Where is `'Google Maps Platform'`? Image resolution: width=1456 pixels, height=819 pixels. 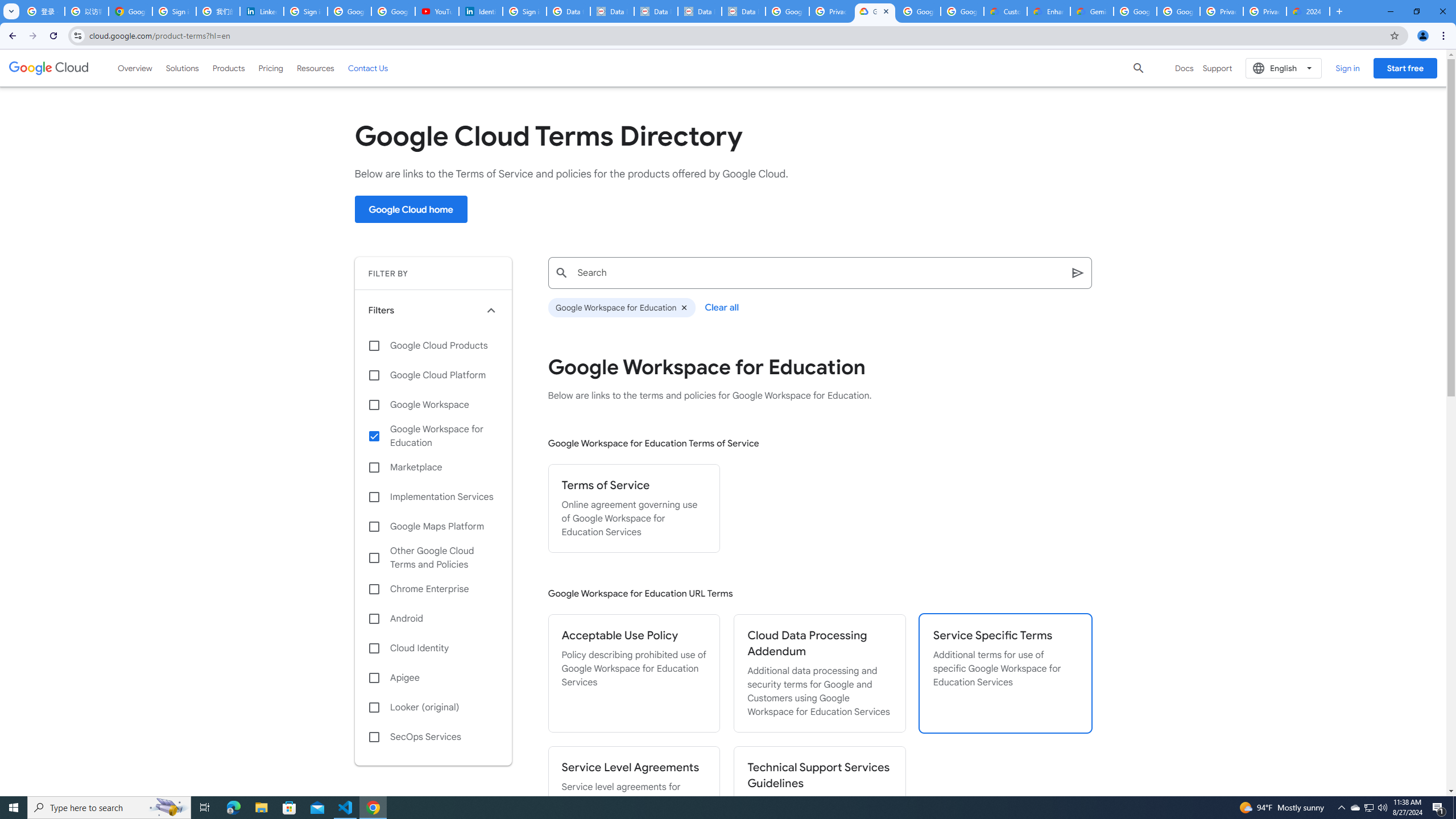 'Google Maps Platform' is located at coordinates (433, 526).